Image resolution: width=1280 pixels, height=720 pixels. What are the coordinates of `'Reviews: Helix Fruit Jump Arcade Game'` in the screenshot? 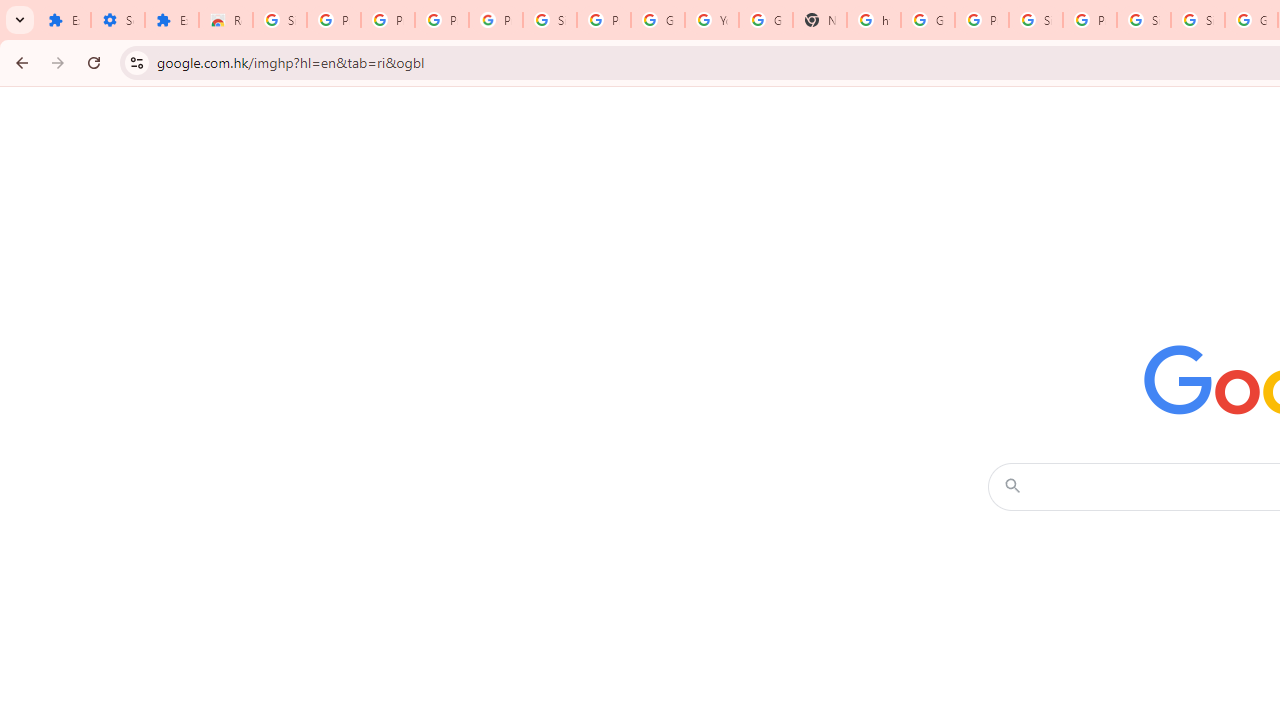 It's located at (225, 20).